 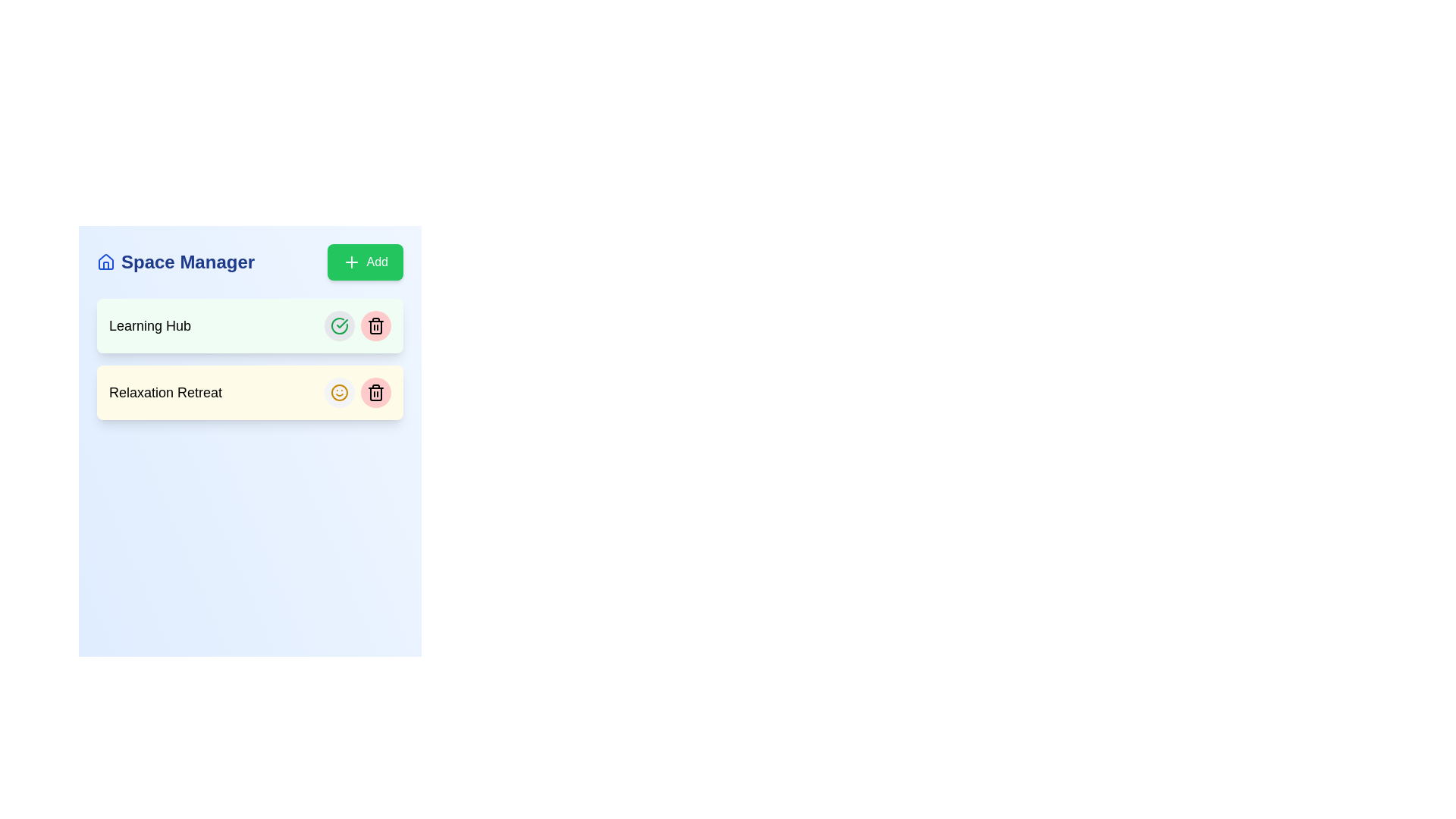 I want to click on the trash can icon, which represents the delete function within the second card in the vertical list, so click(x=375, y=391).